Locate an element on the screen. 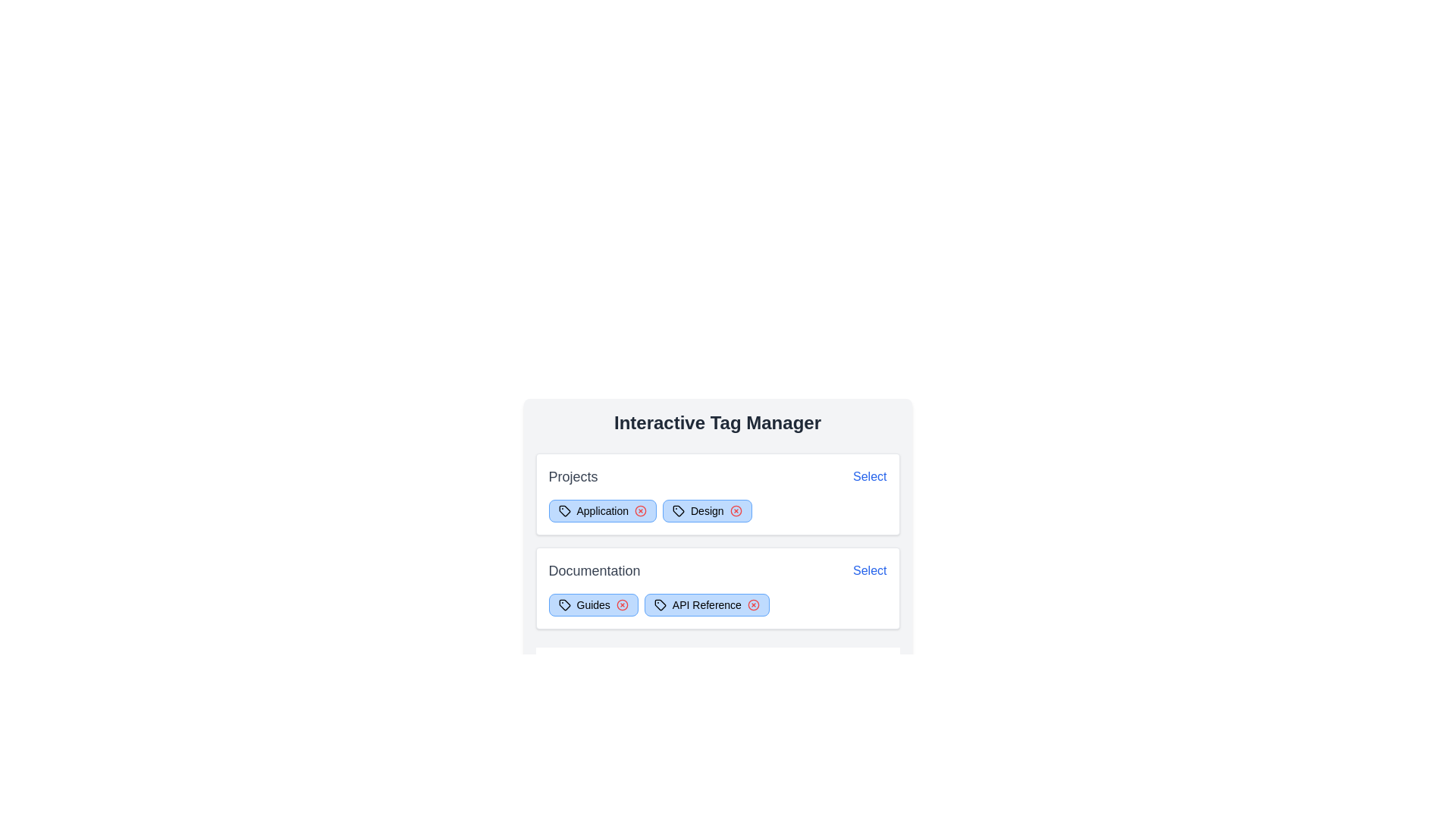 Image resolution: width=1456 pixels, height=819 pixels. the red icon within the 'API Reference' tag is located at coordinates (717, 604).